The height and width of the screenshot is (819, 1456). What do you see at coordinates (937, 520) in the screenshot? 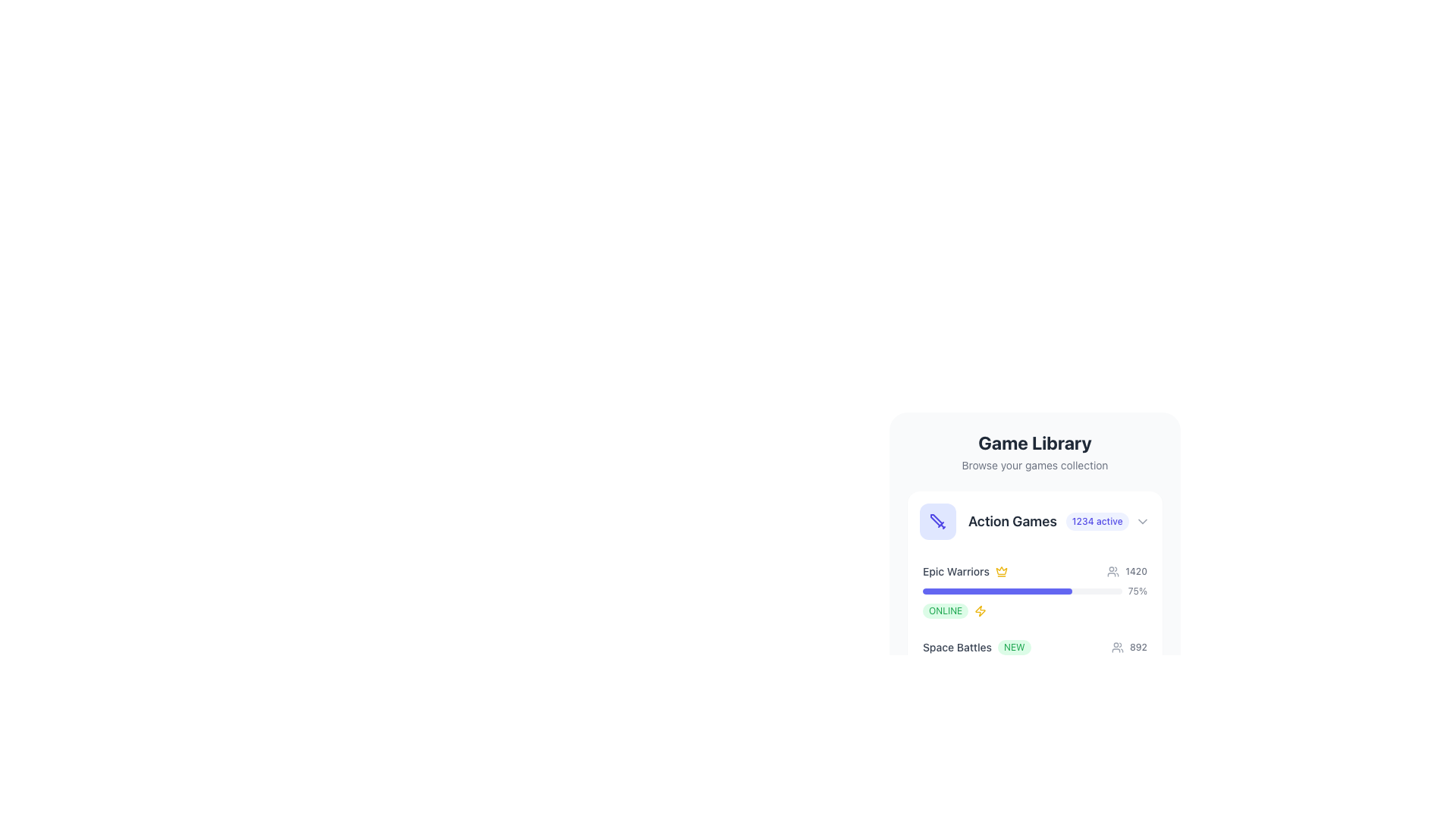
I see `the decorative icon button with a sword icon, located on the left side of the 'Action Games' section, by moving the cursor to its center point` at bounding box center [937, 520].